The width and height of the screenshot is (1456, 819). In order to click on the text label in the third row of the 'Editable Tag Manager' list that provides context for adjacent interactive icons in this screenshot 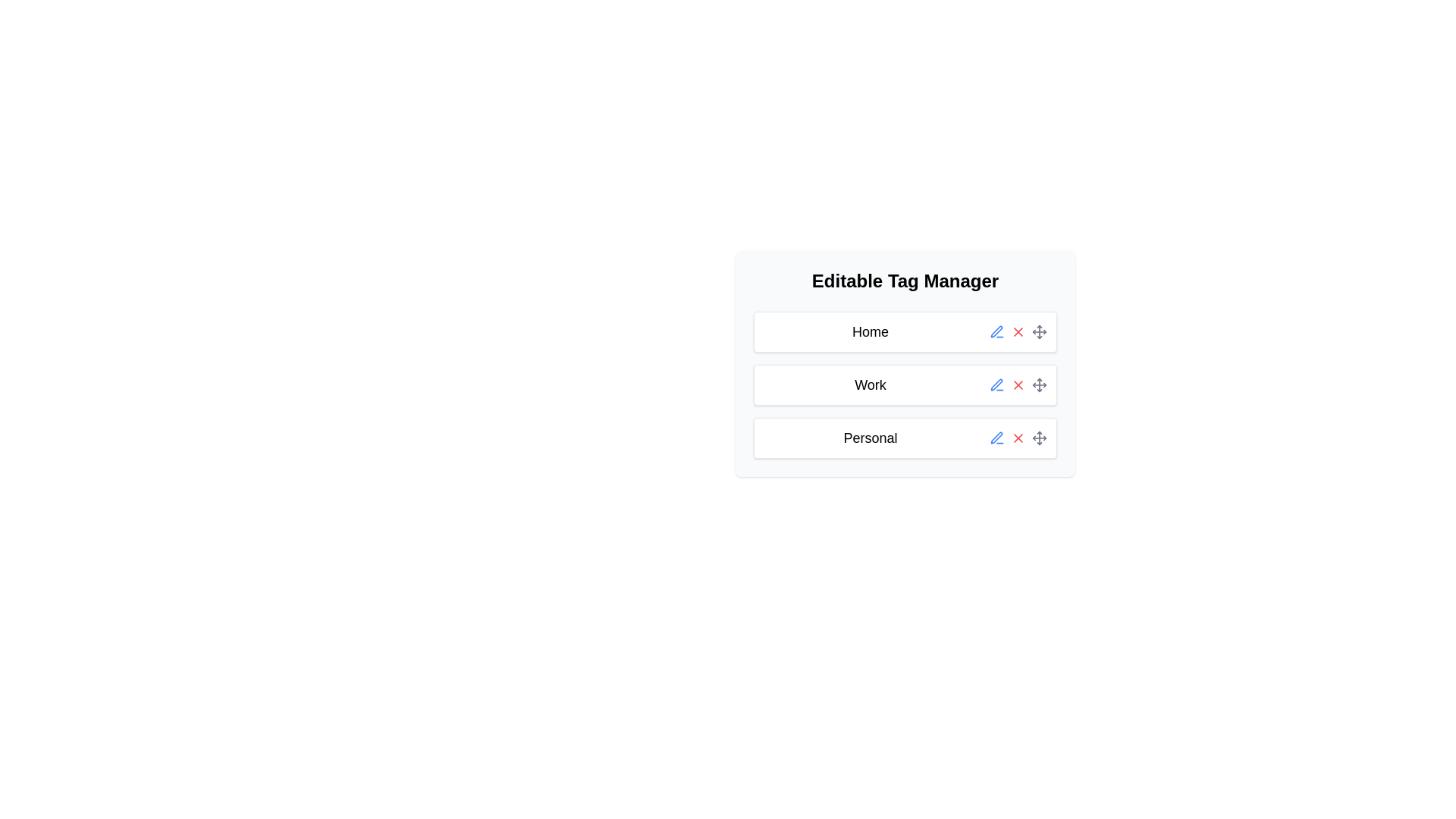, I will do `click(870, 438)`.